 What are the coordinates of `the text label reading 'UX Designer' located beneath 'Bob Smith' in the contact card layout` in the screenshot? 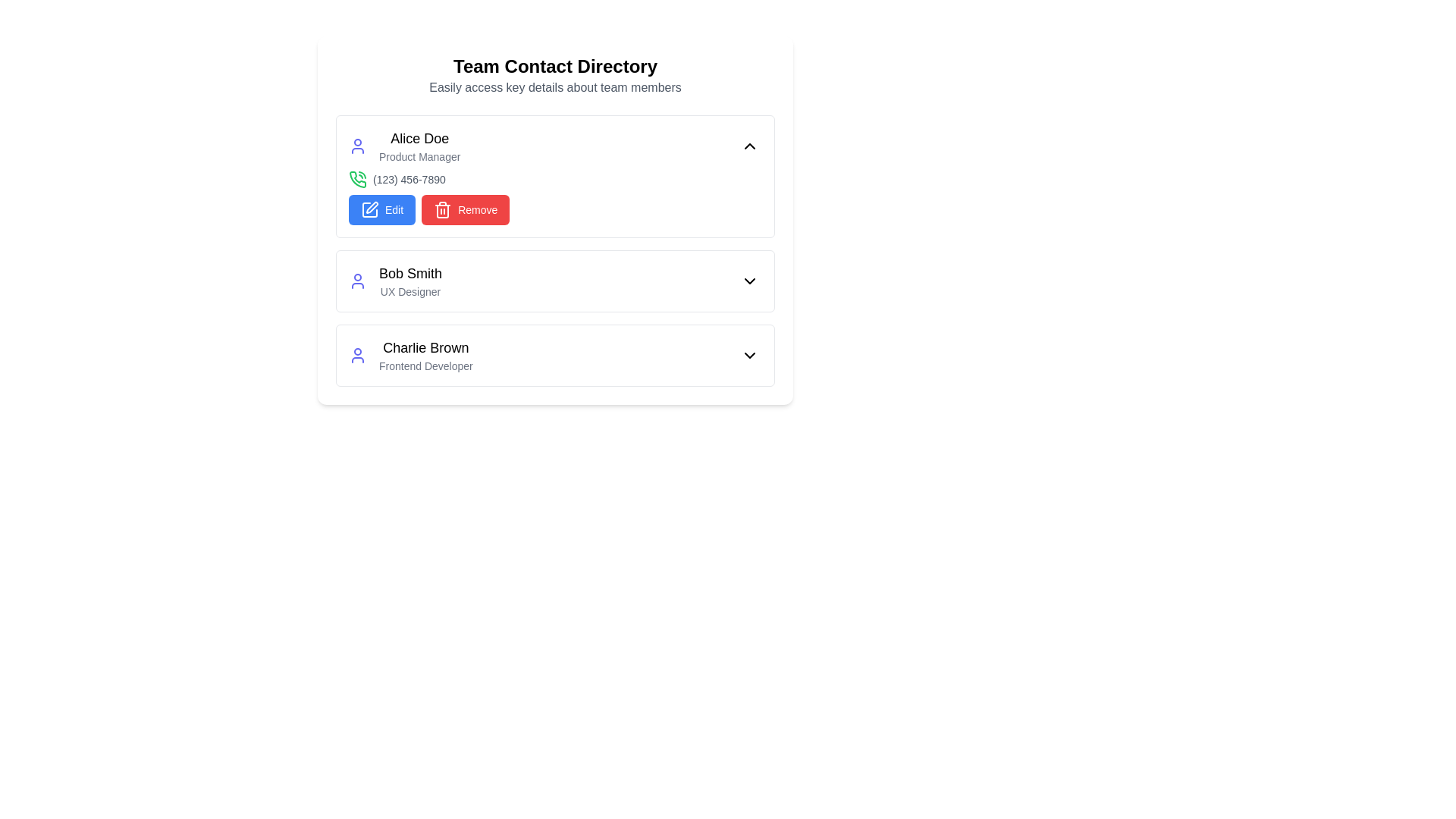 It's located at (410, 292).